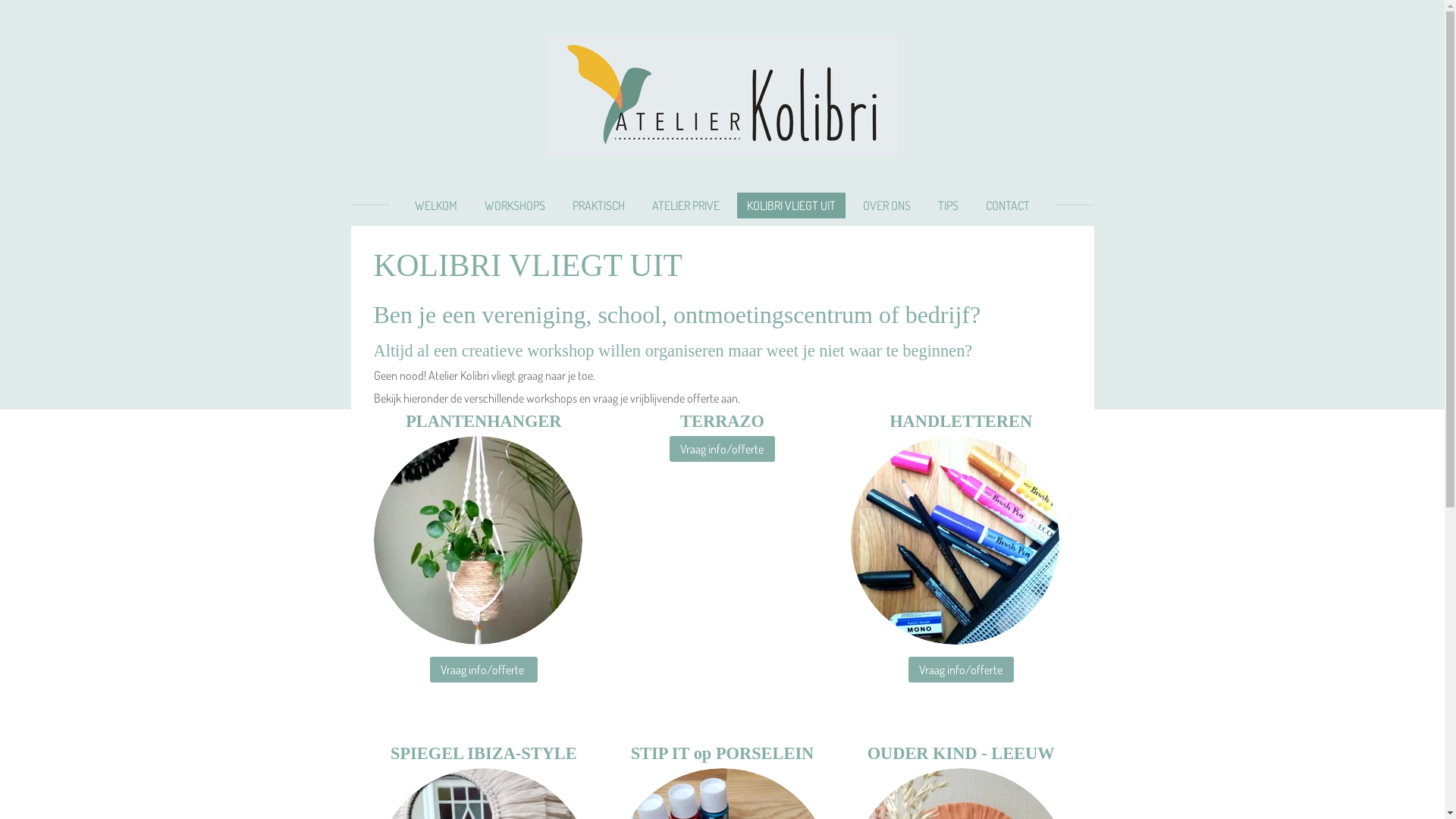 The height and width of the screenshot is (819, 1456). What do you see at coordinates (960, 669) in the screenshot?
I see `'Vraag info/offerte'` at bounding box center [960, 669].